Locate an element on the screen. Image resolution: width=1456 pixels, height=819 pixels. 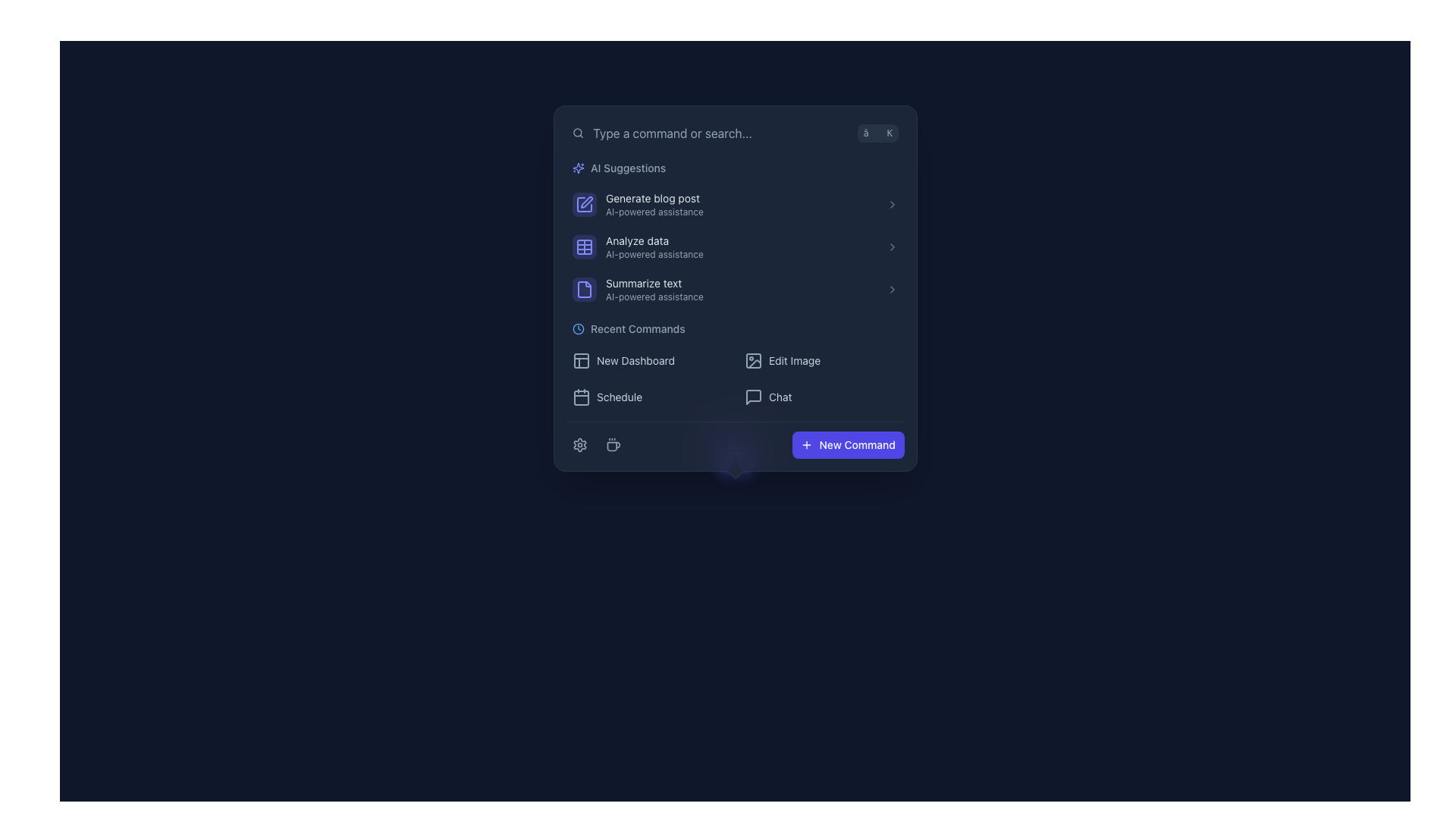
the text label that serves as a description for the 'Edit Image' command, located to the right of the image-related icon in the 'Recent Commands' section is located at coordinates (793, 360).